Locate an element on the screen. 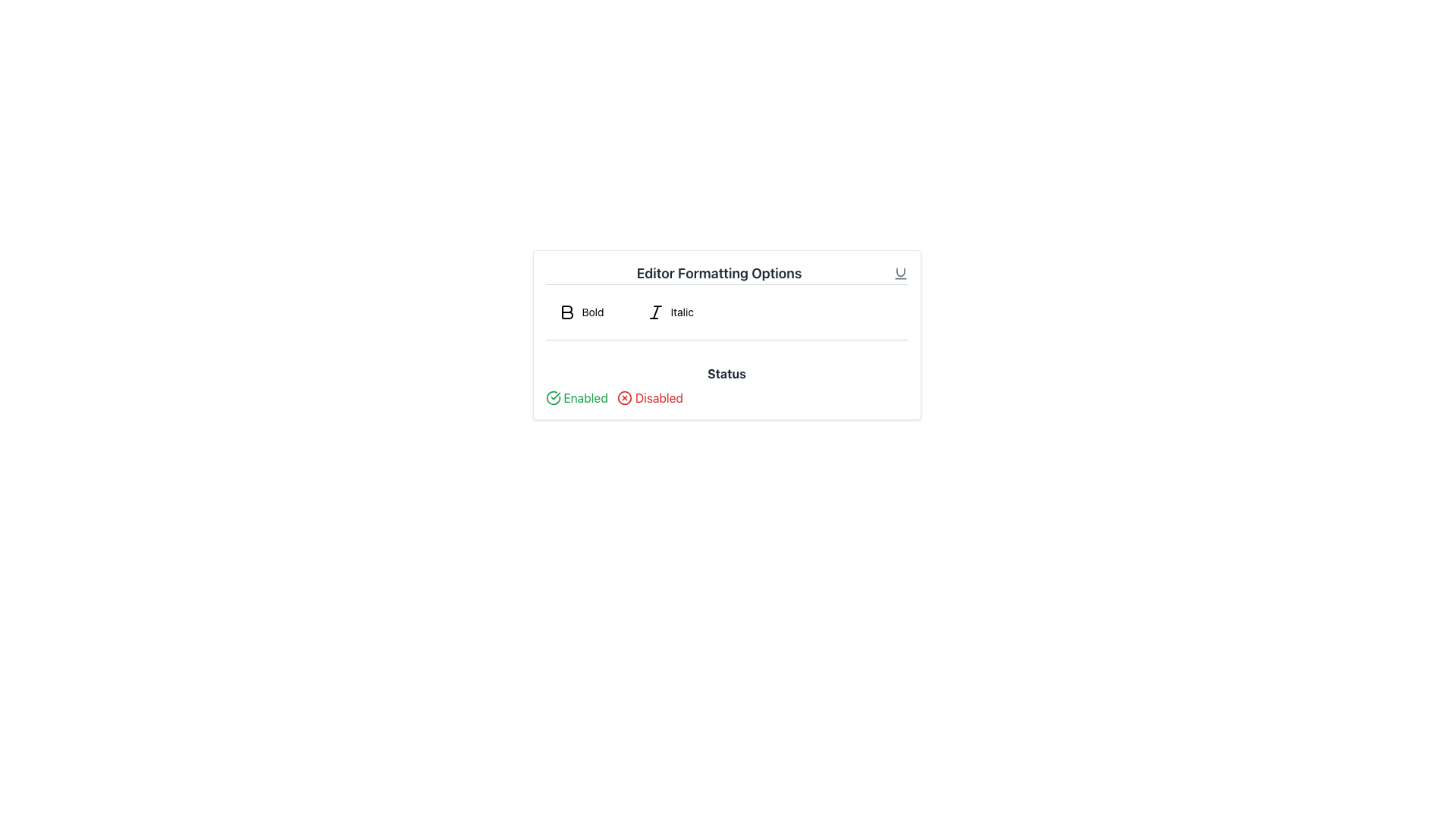  the curved line forming part of the circular icon located near the text labeled 'Status' is located at coordinates (552, 397).